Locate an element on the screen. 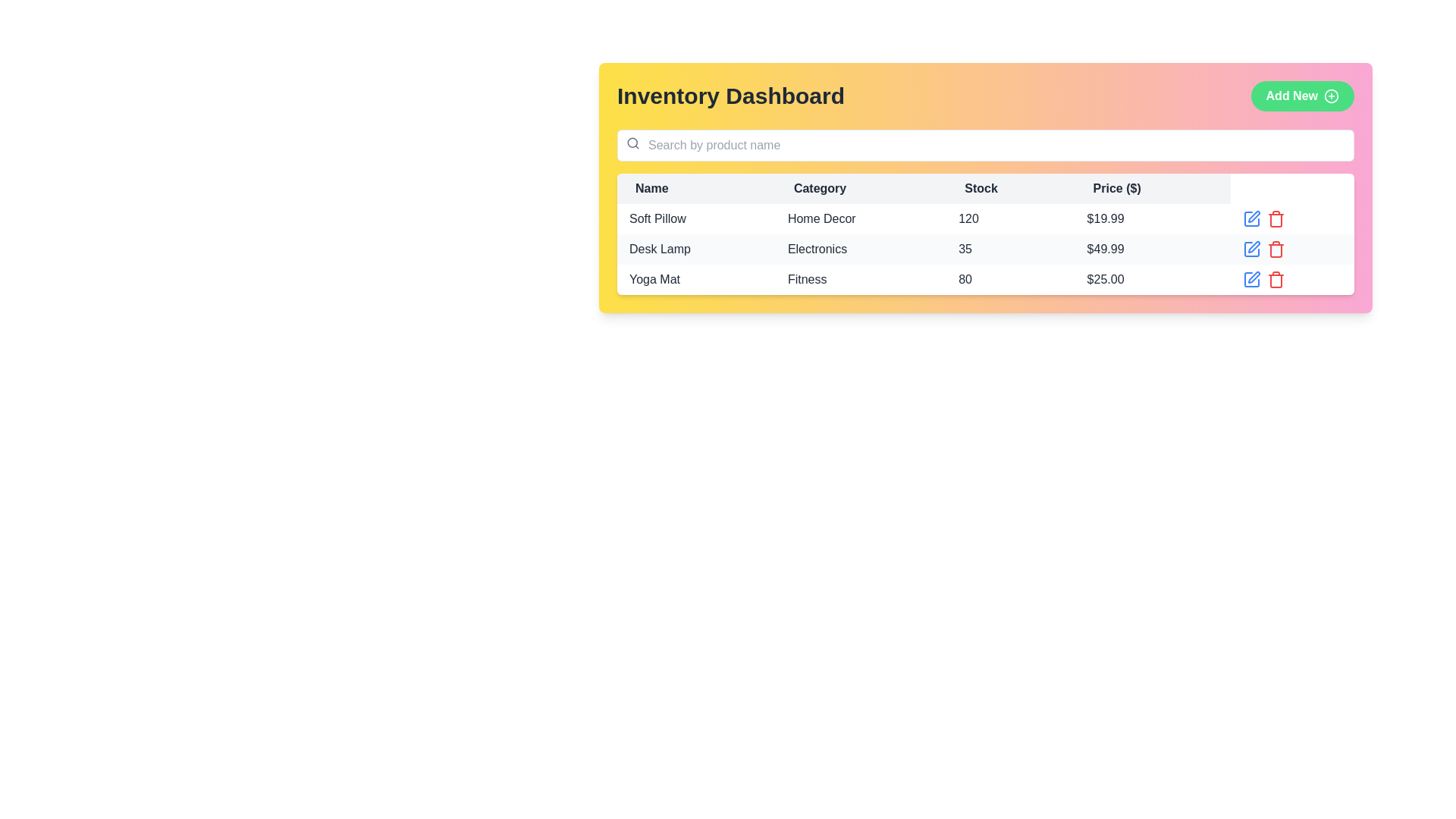  SVG Circle that forms the circular frame of the plus icon indicating the 'Add New' functionality, located in the top-right corner of the interface is located at coordinates (1331, 96).